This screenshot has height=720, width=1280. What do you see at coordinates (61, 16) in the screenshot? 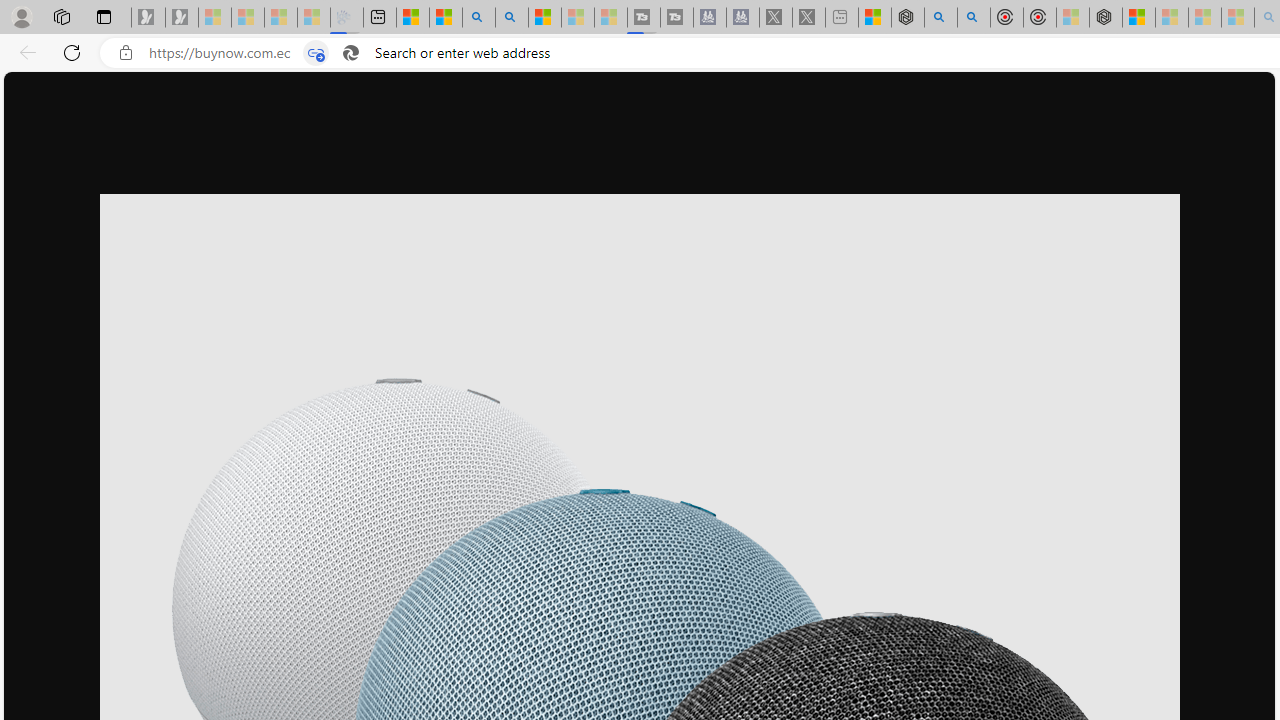
I see `'Workspaces'` at bounding box center [61, 16].